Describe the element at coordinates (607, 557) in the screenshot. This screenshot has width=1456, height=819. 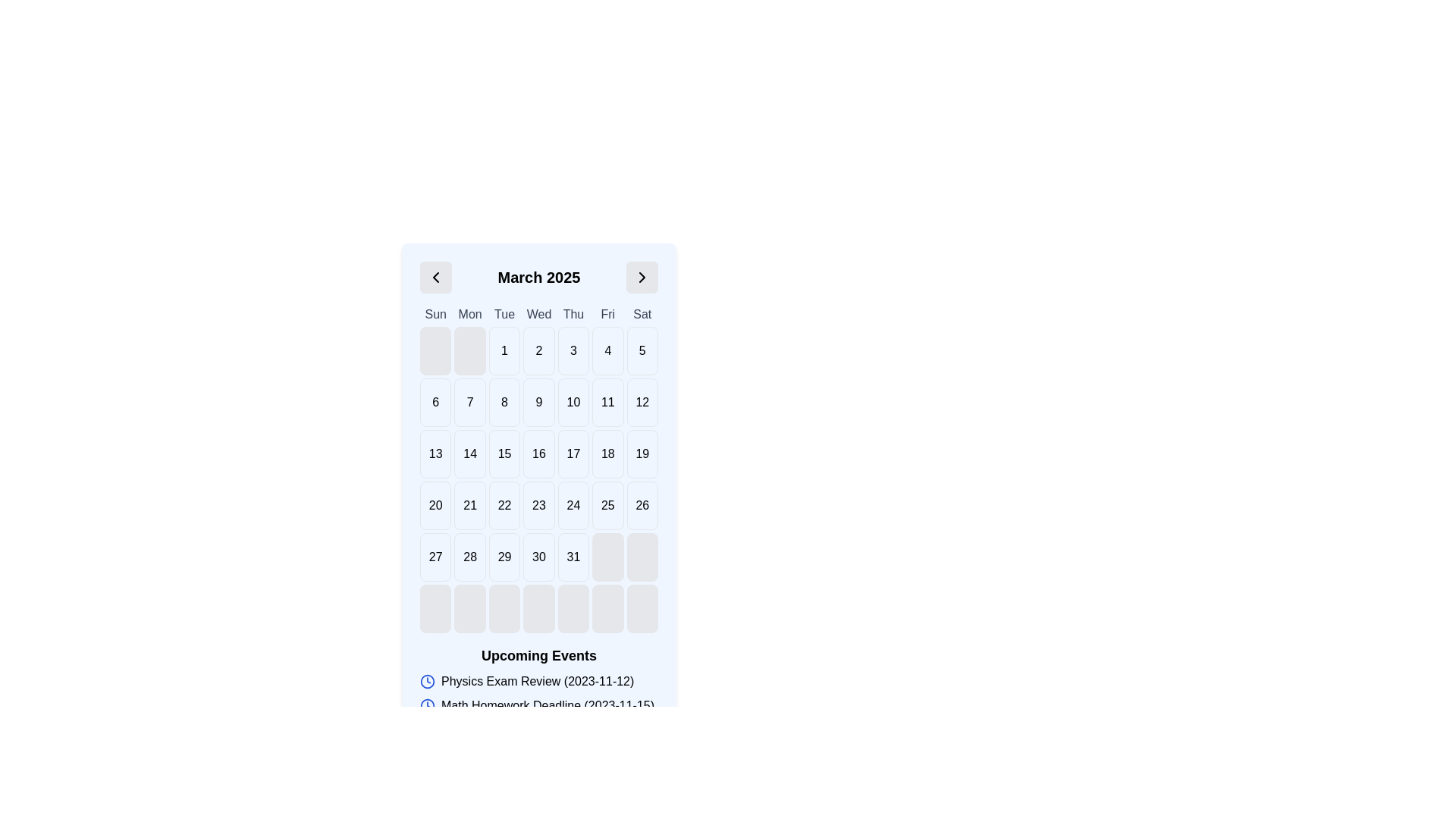
I see `the inactive calendar cell placeholder located in the sixth column of the bottom row of the calendar interface` at that location.